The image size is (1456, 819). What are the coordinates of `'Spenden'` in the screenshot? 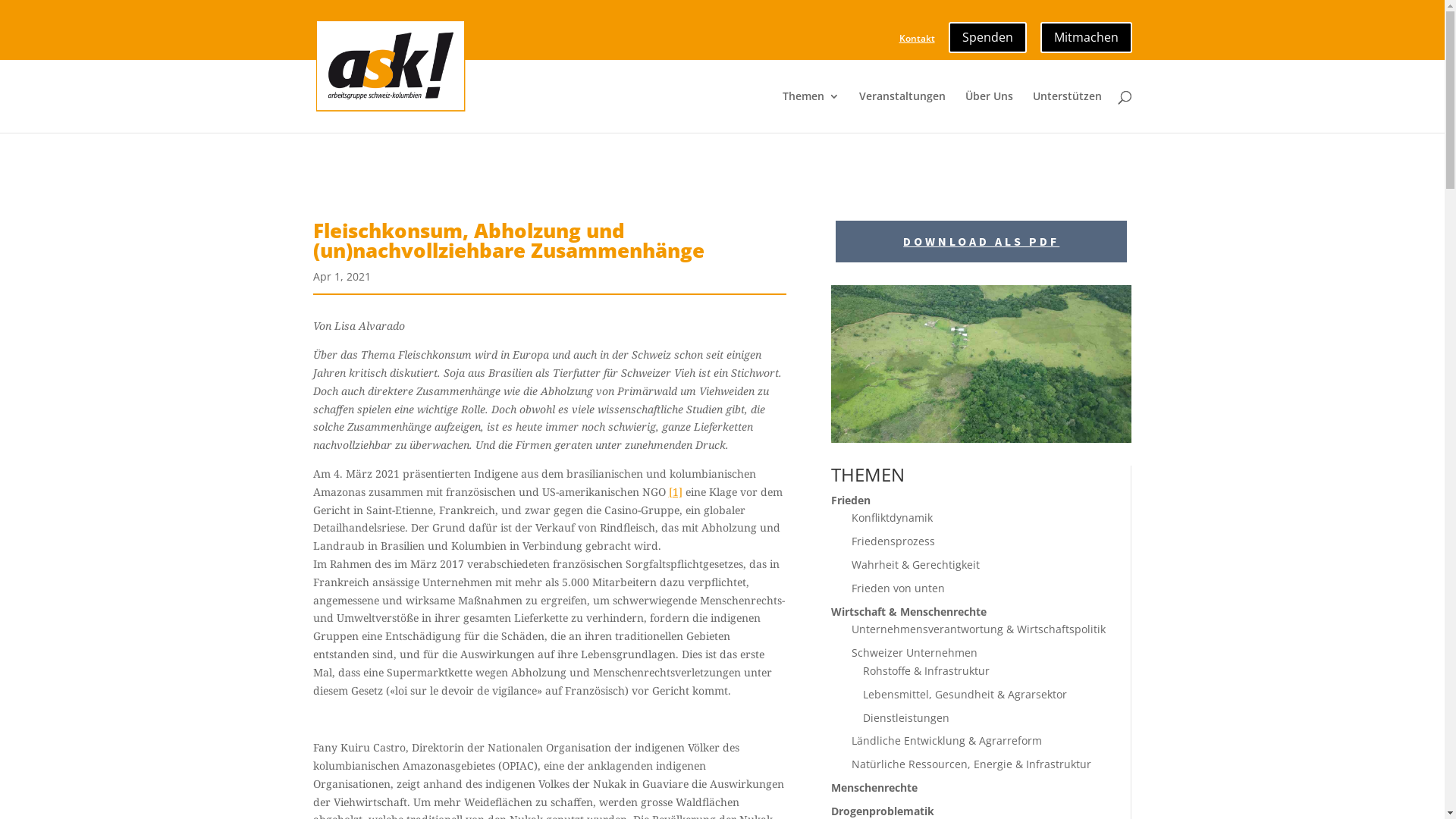 It's located at (987, 33).